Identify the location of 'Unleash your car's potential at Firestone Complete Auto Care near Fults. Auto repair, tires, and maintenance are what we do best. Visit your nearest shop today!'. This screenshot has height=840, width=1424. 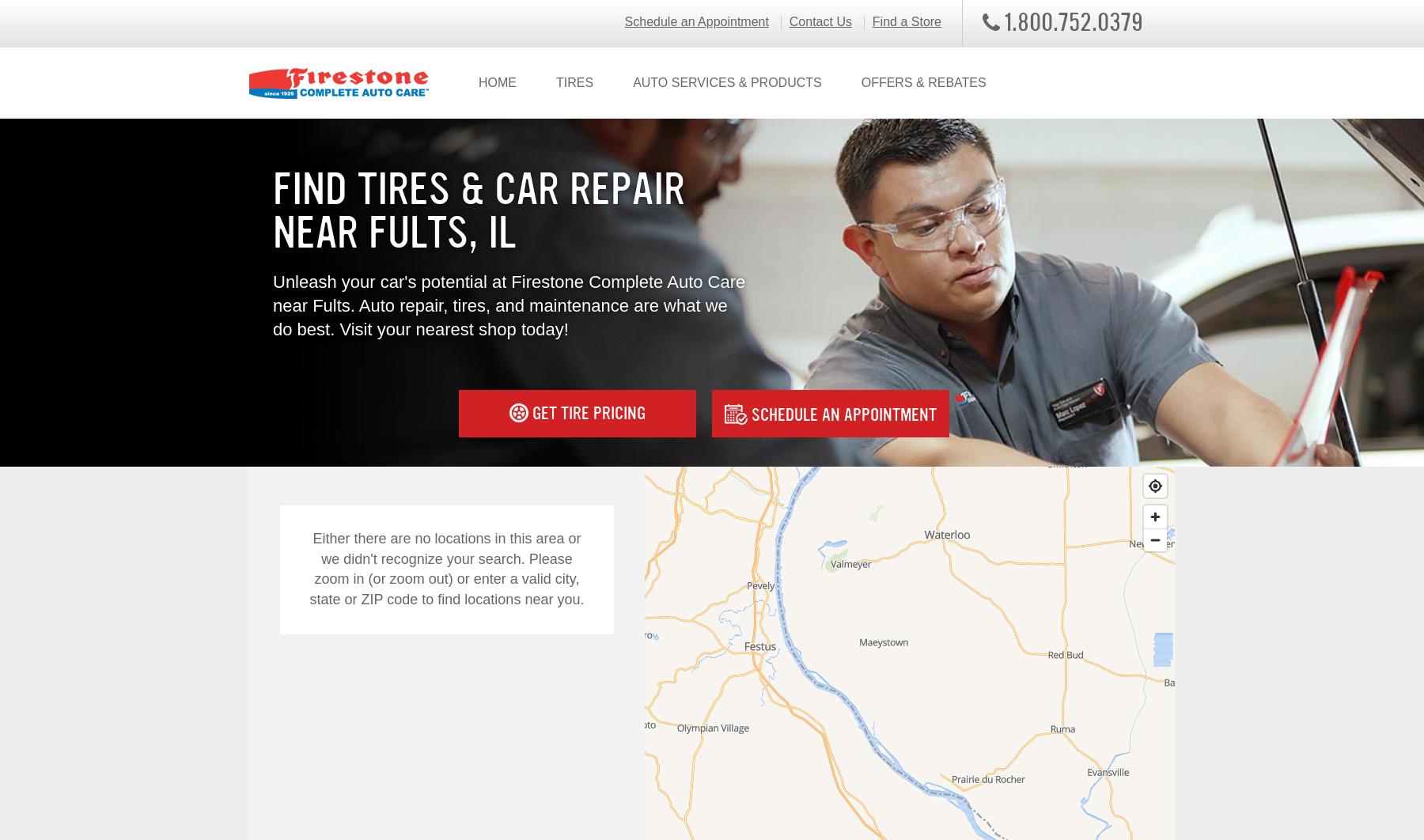
(509, 305).